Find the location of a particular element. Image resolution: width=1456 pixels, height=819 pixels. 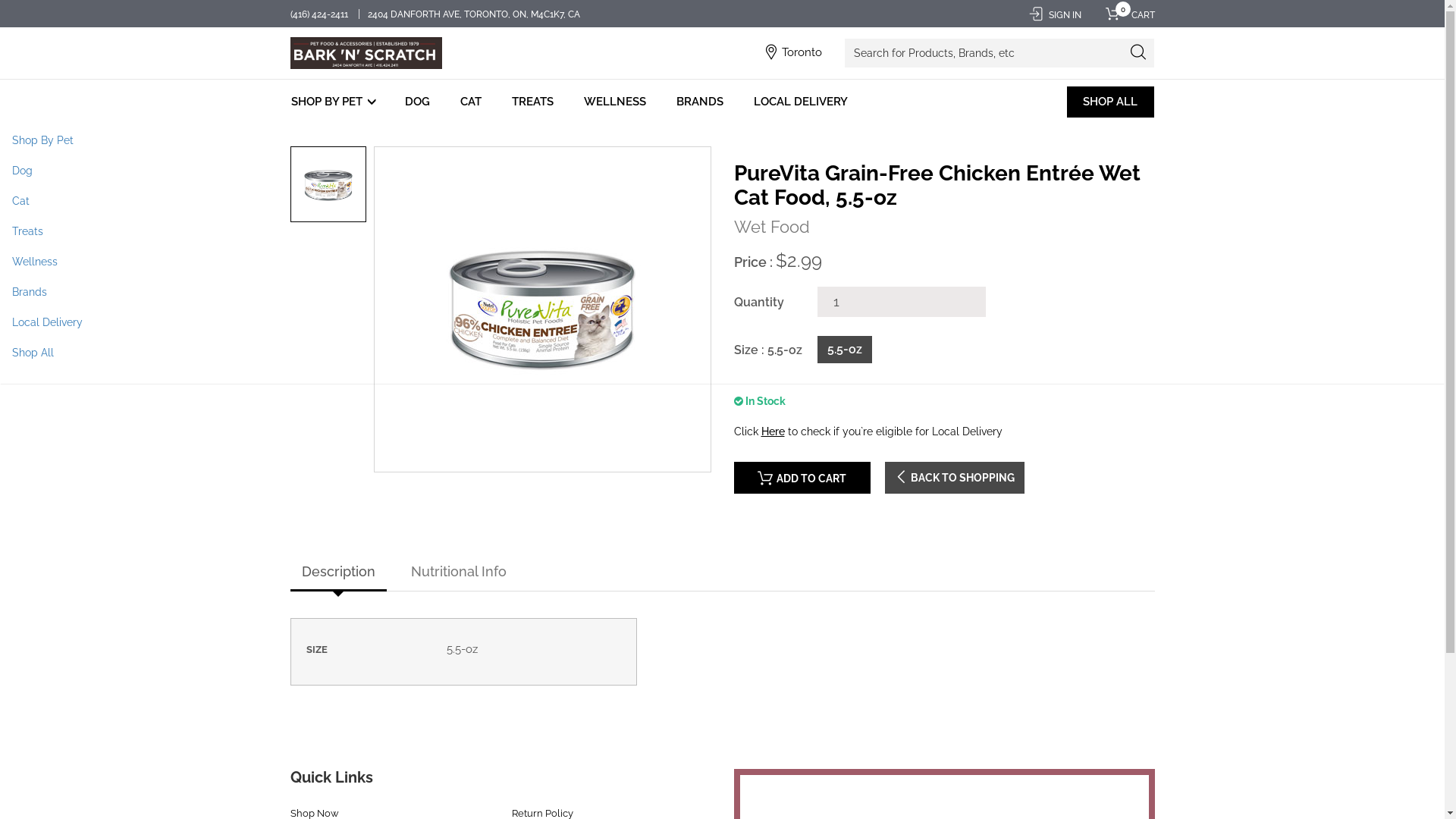

'ADD TO CART' is located at coordinates (801, 476).